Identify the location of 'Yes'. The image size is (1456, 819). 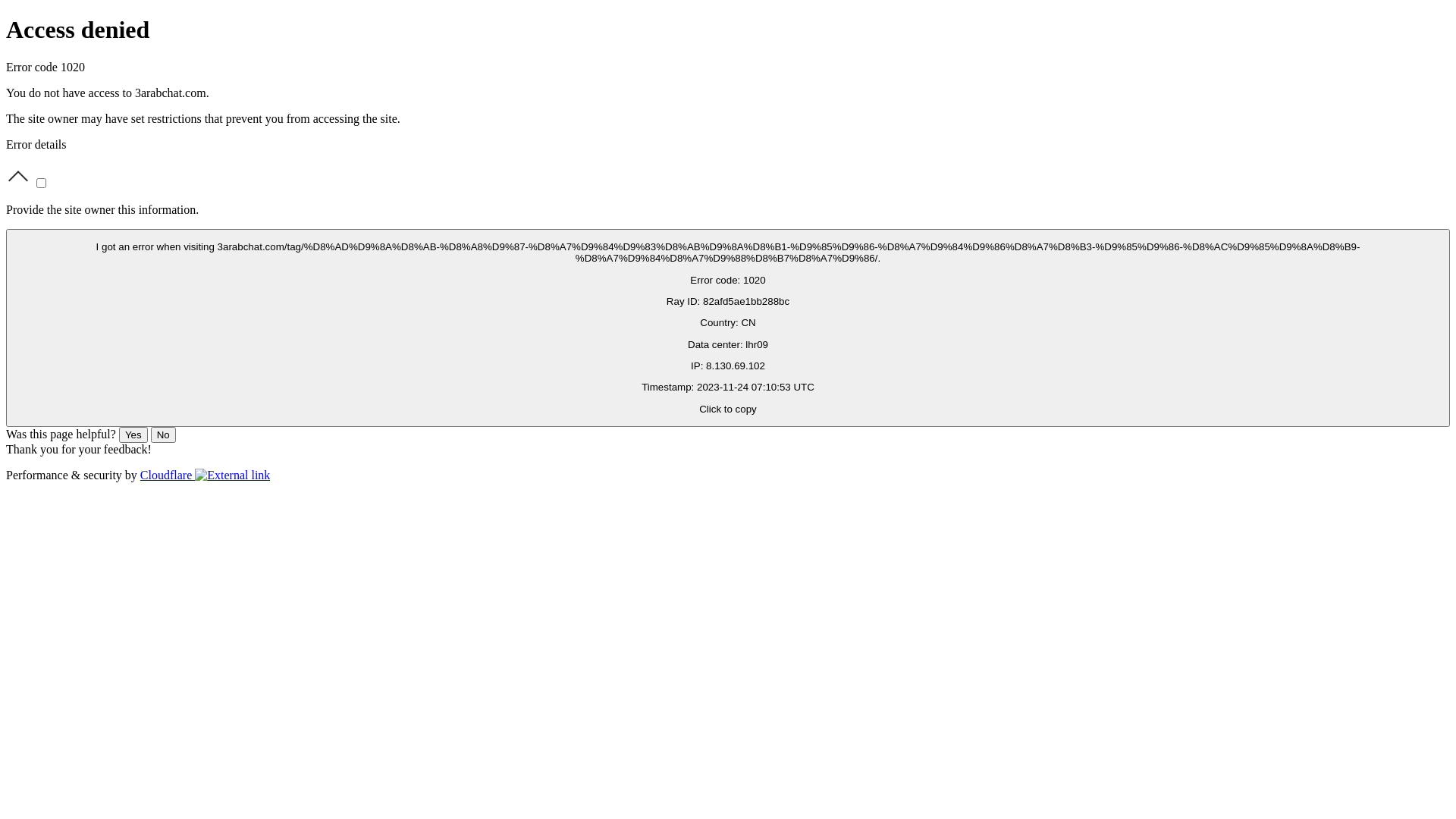
(133, 435).